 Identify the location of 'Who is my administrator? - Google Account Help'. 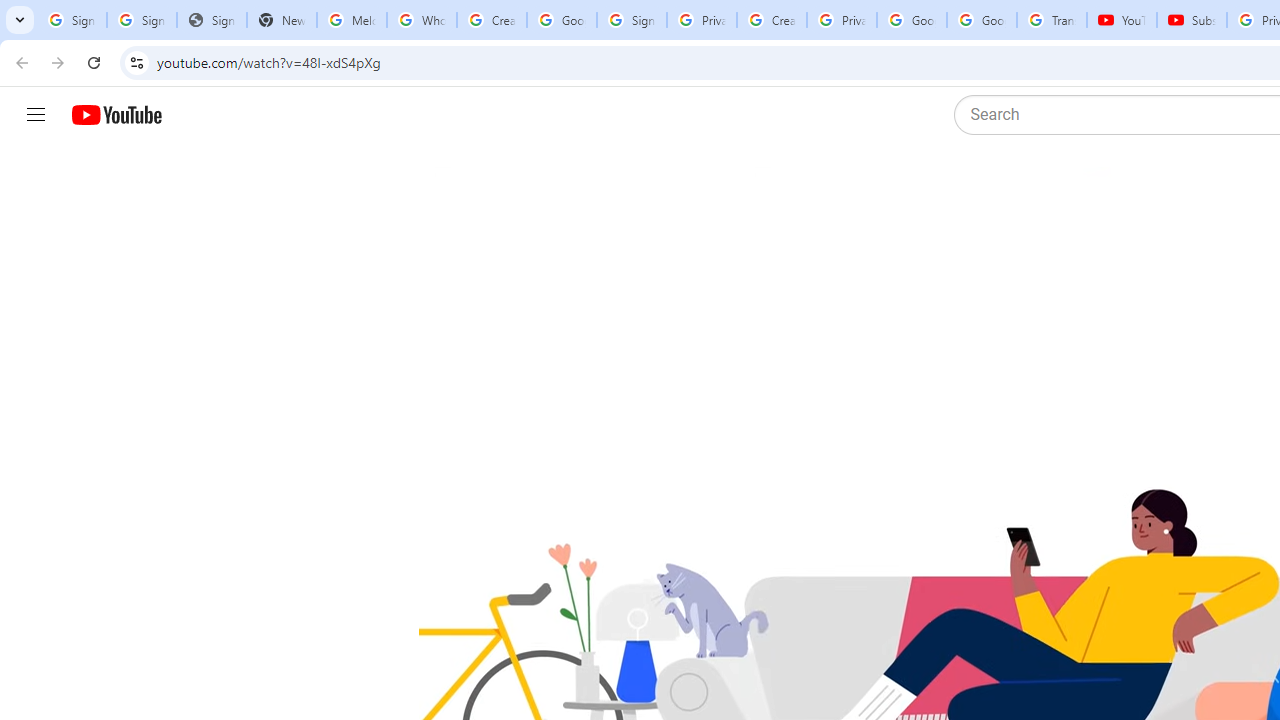
(420, 20).